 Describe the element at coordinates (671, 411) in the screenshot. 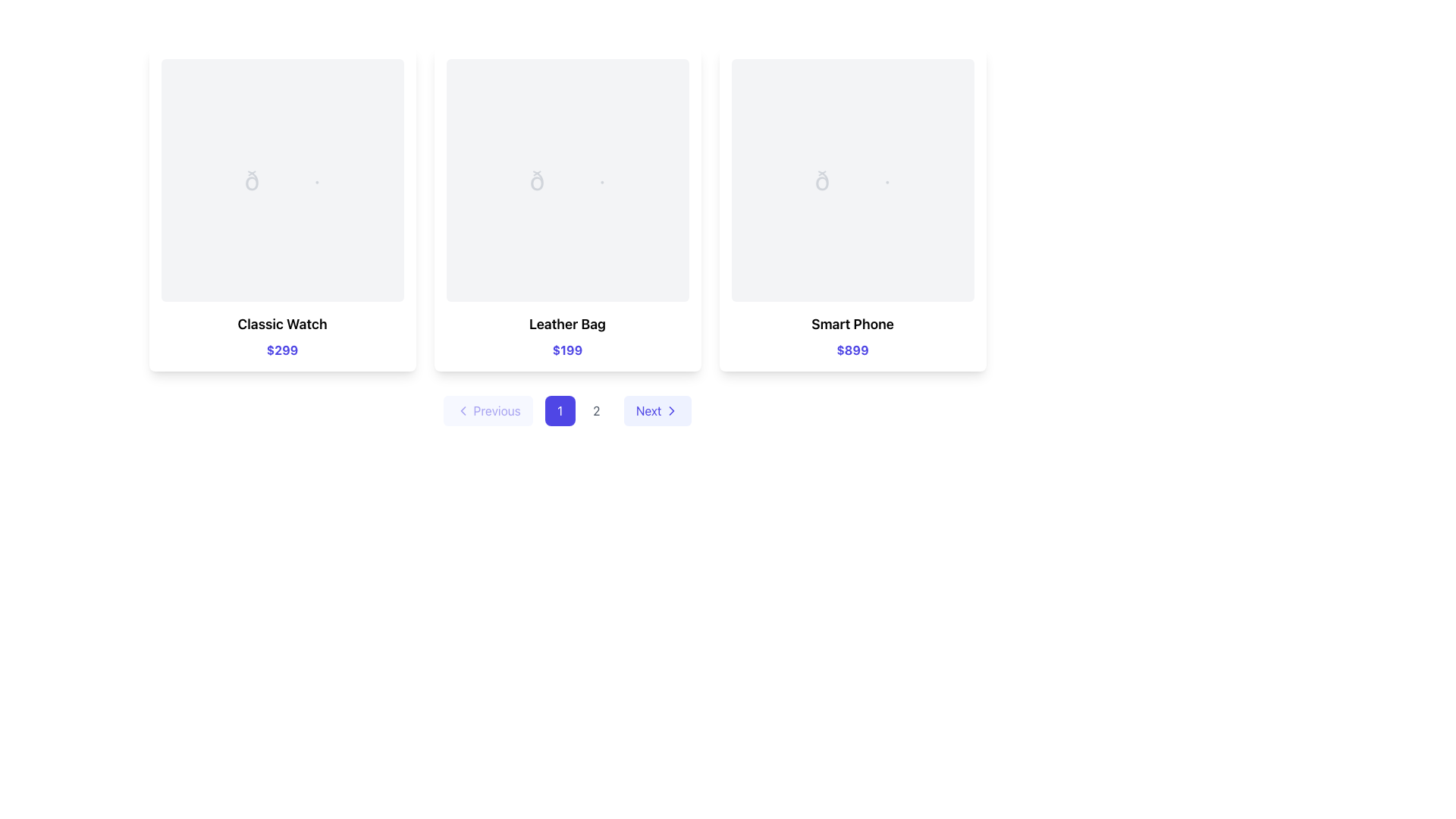

I see `the right-pointing chevron icon that is part of the 'Next' button group in the pagination section below the grid layout of items` at that location.